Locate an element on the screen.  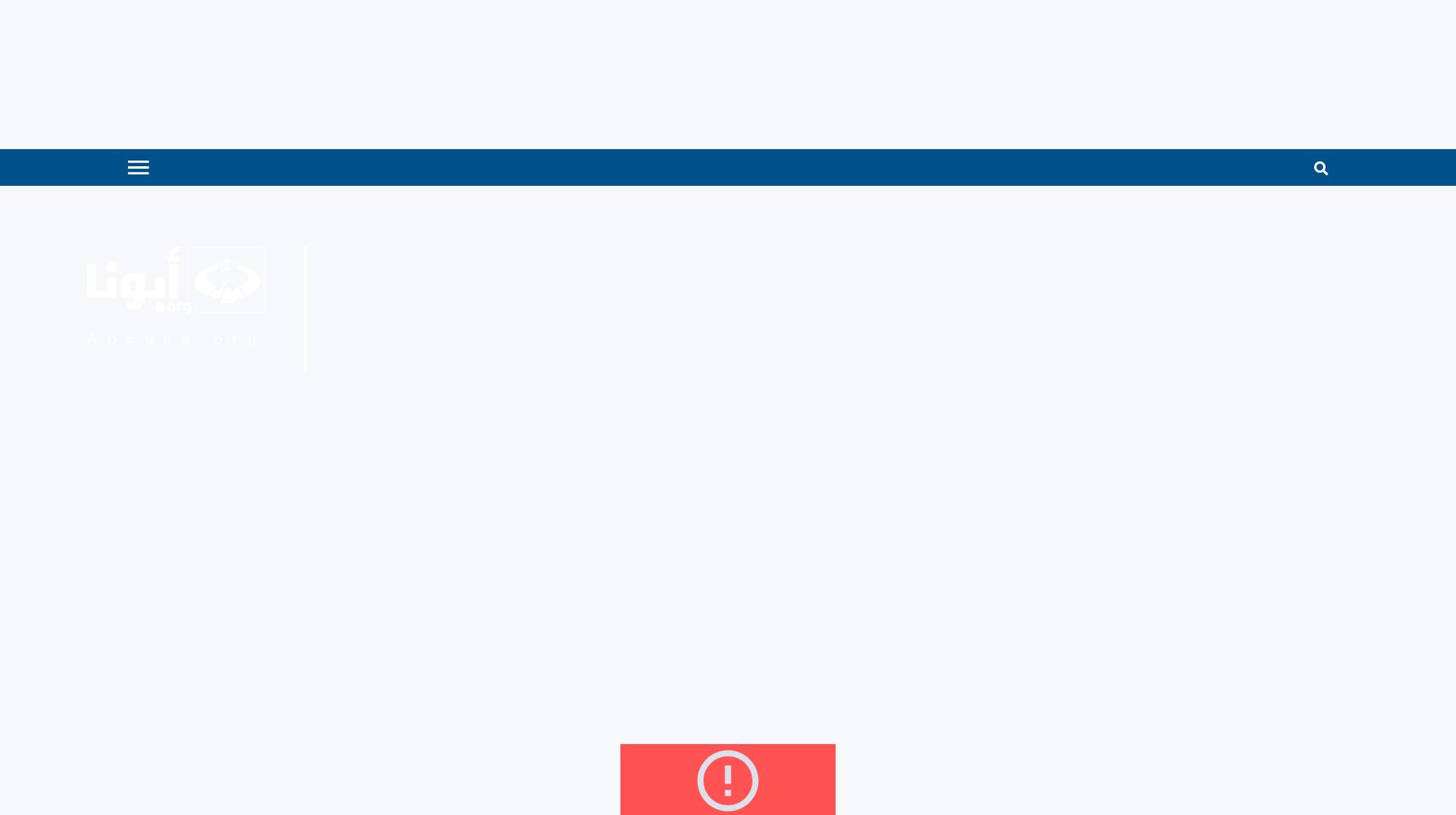
'All rights reserved © 2020 Abouna' is located at coordinates (185, 459).